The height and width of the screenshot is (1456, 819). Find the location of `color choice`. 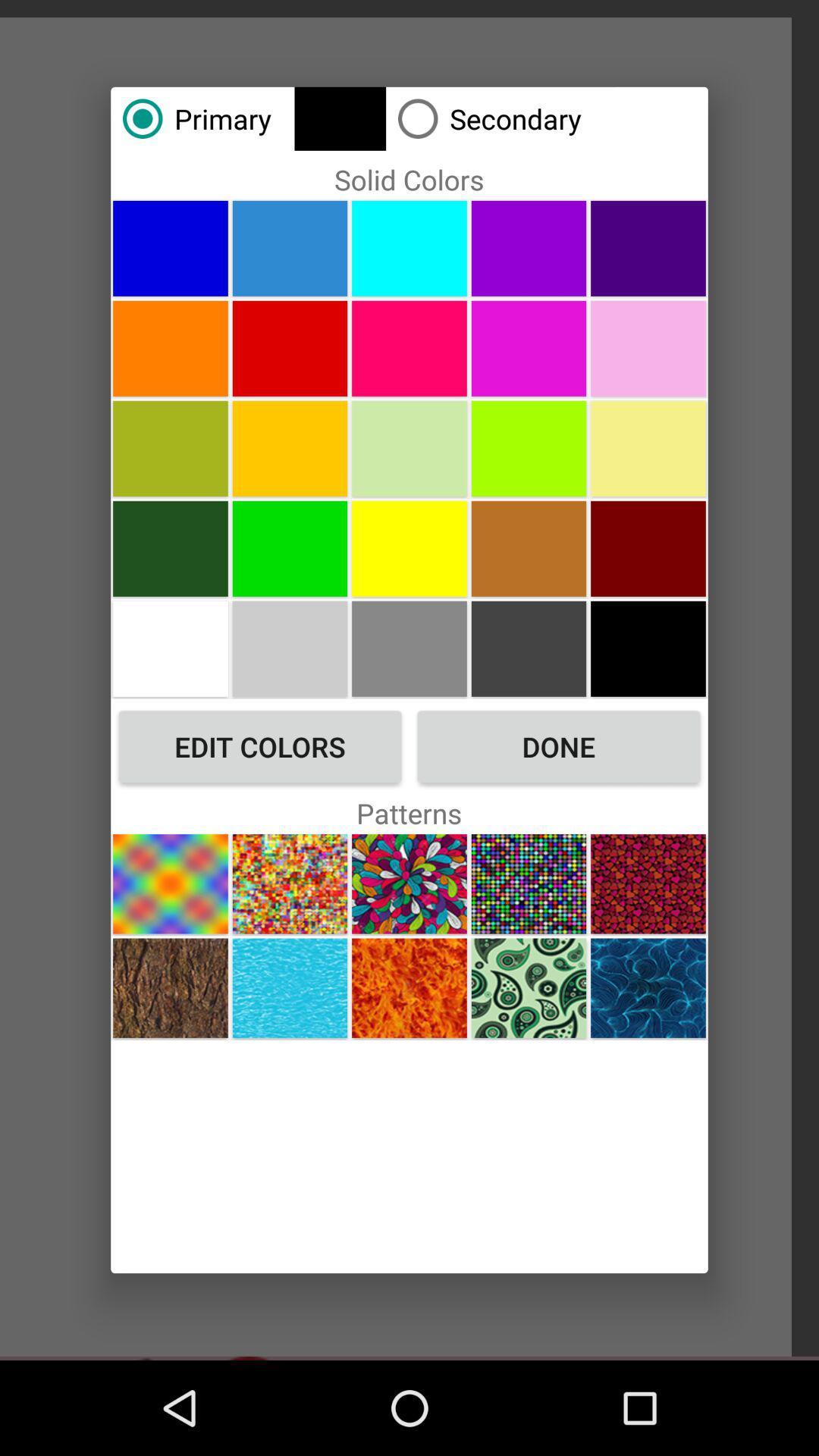

color choice is located at coordinates (170, 248).